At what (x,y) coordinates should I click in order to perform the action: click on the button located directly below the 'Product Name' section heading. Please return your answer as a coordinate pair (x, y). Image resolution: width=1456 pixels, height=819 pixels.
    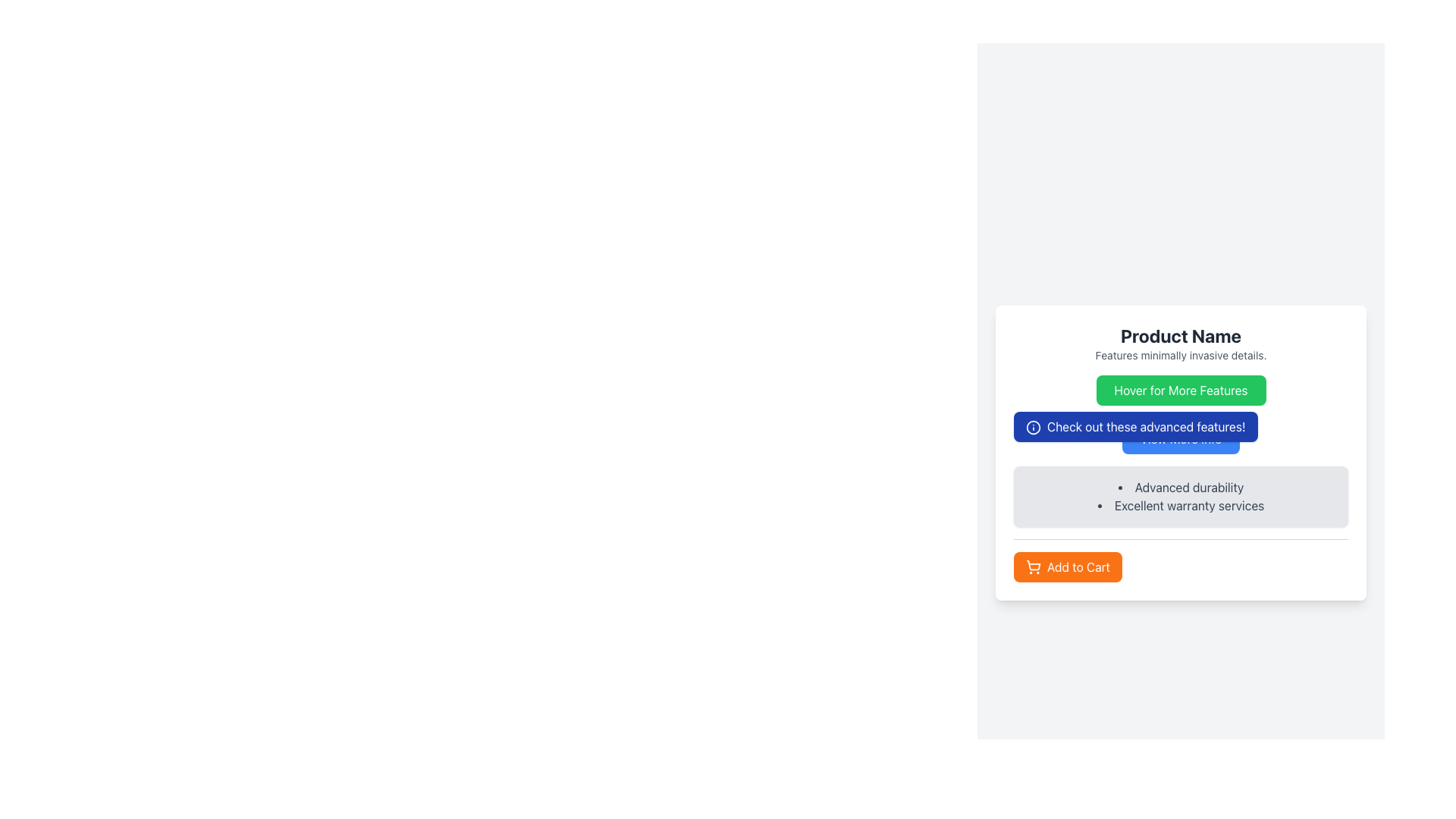
    Looking at the image, I should click on (1180, 389).